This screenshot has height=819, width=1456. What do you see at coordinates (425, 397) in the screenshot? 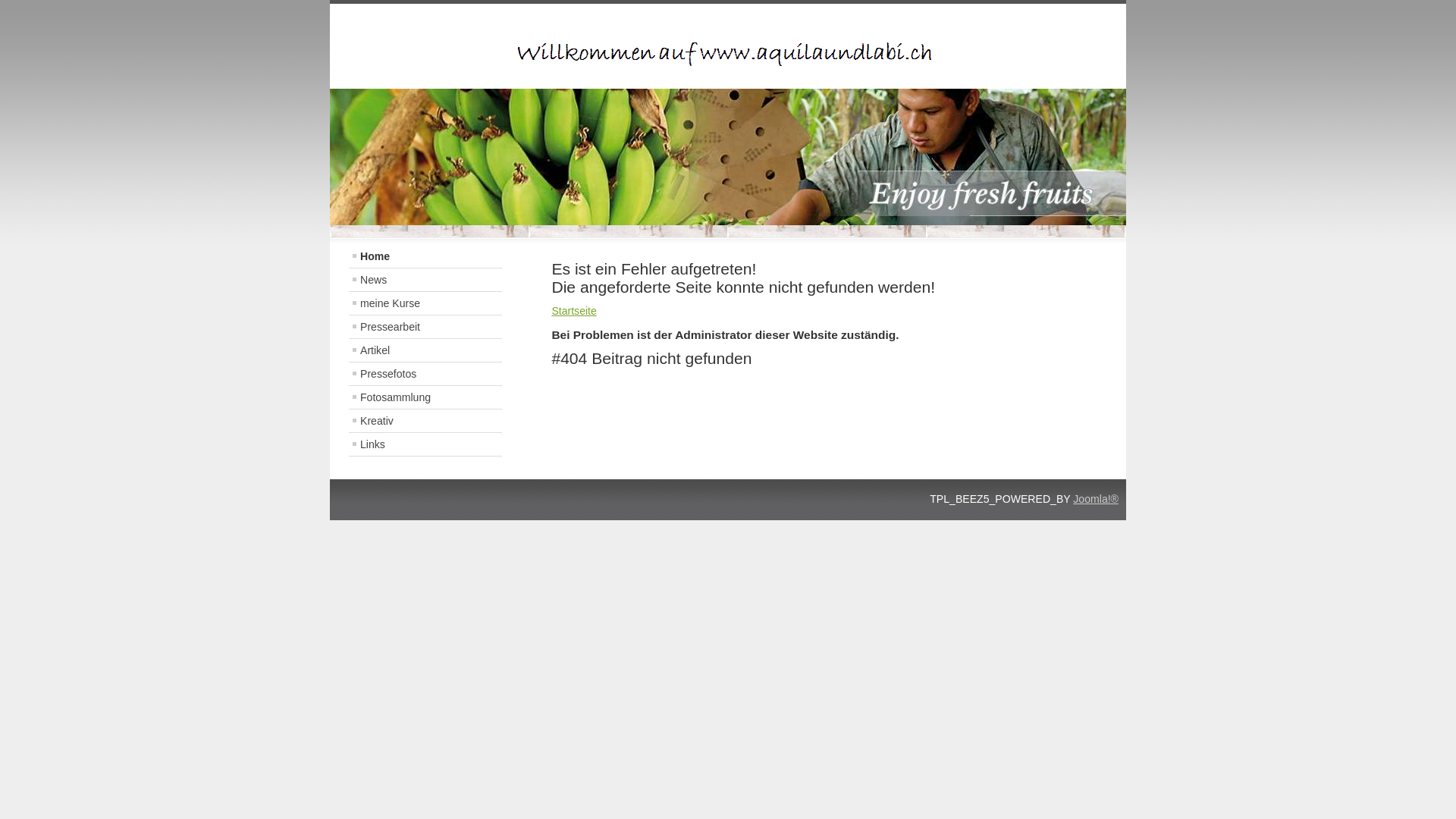
I see `'Fotosammlung'` at bounding box center [425, 397].